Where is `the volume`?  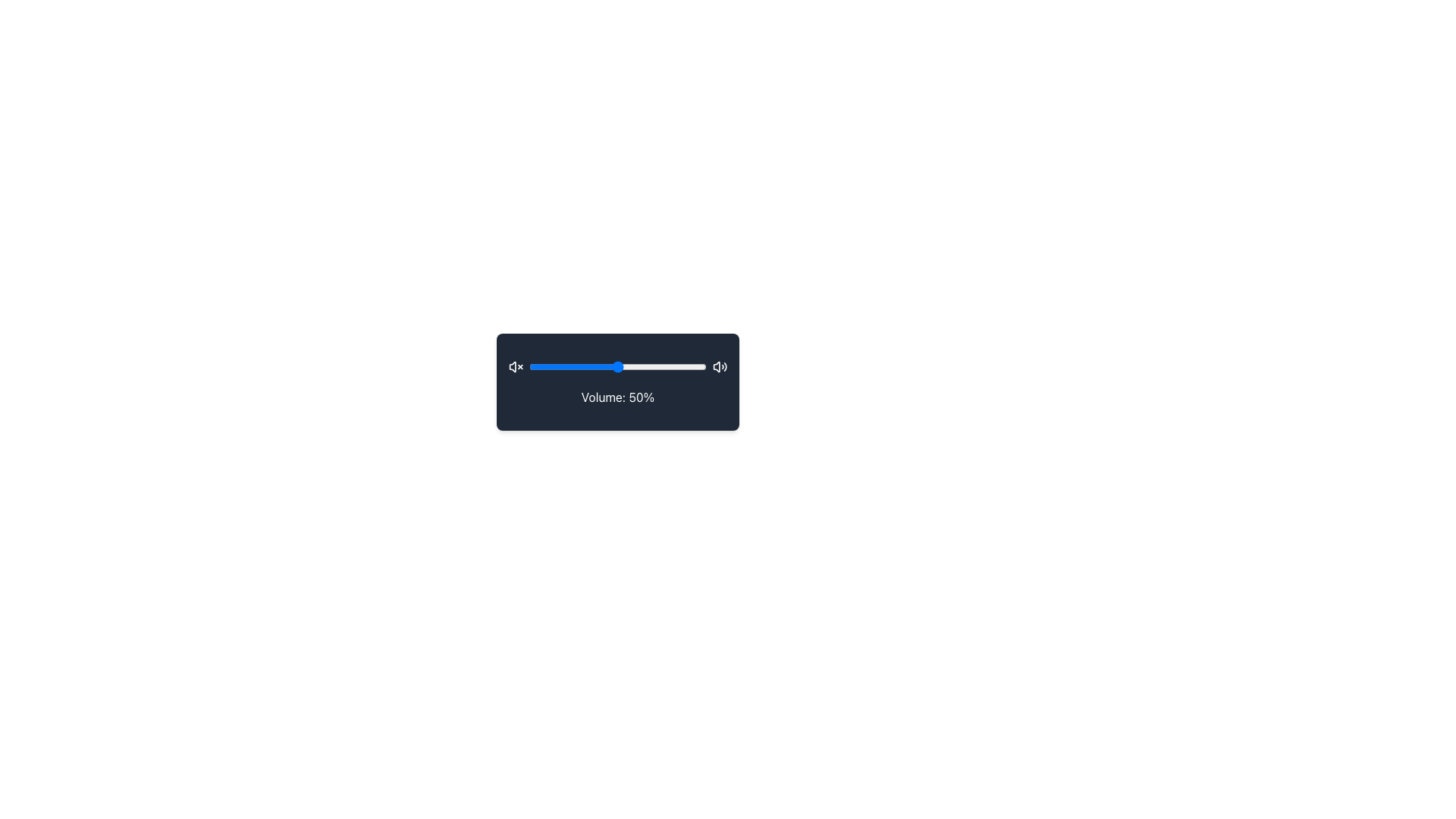
the volume is located at coordinates (691, 366).